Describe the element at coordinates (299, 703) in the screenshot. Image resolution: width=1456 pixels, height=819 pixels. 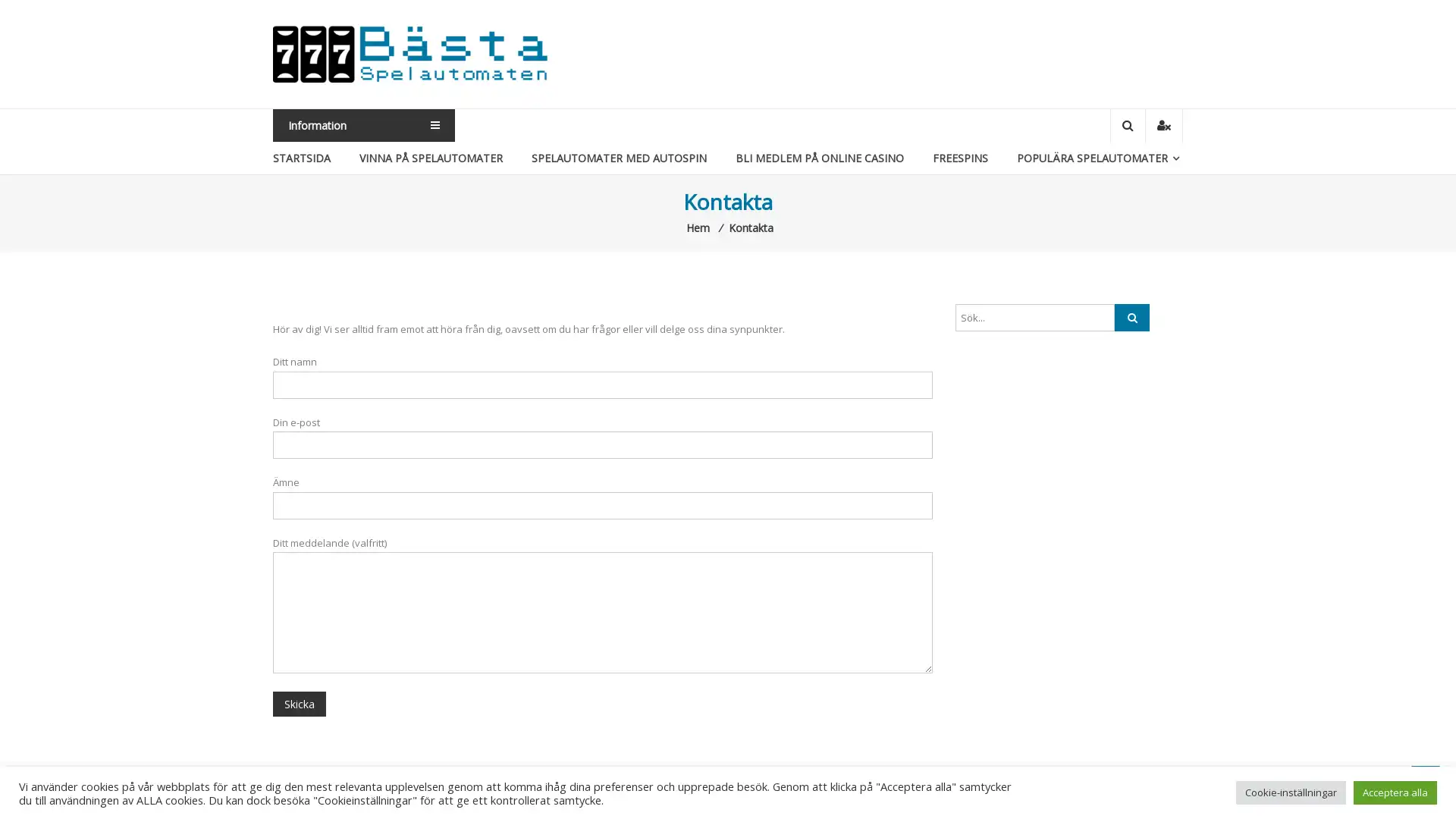
I see `Skicka` at that location.